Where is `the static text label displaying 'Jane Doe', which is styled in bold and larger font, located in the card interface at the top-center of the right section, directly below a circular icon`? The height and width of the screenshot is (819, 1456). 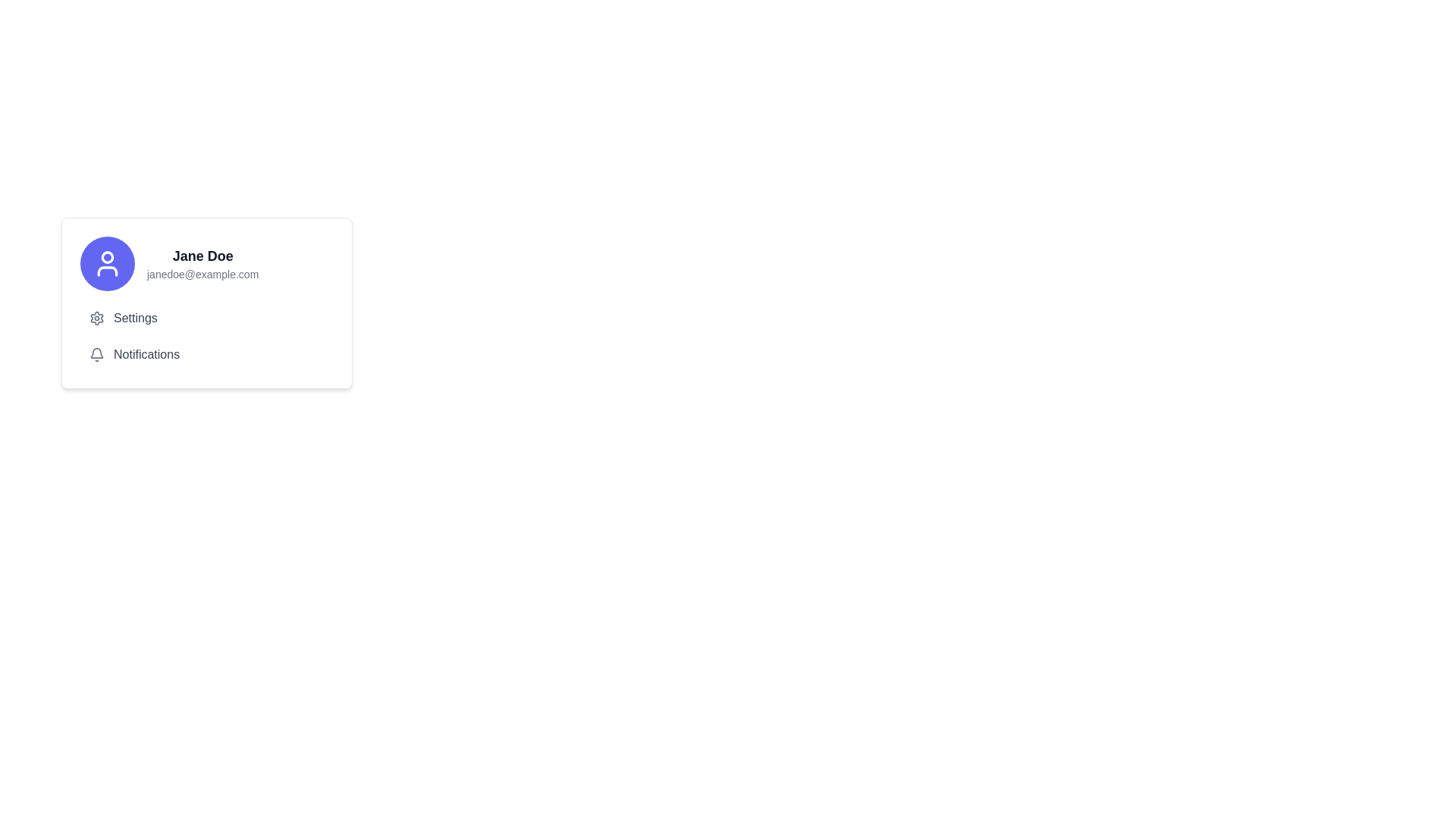
the static text label displaying 'Jane Doe', which is styled in bold and larger font, located in the card interface at the top-center of the right section, directly below a circular icon is located at coordinates (202, 256).